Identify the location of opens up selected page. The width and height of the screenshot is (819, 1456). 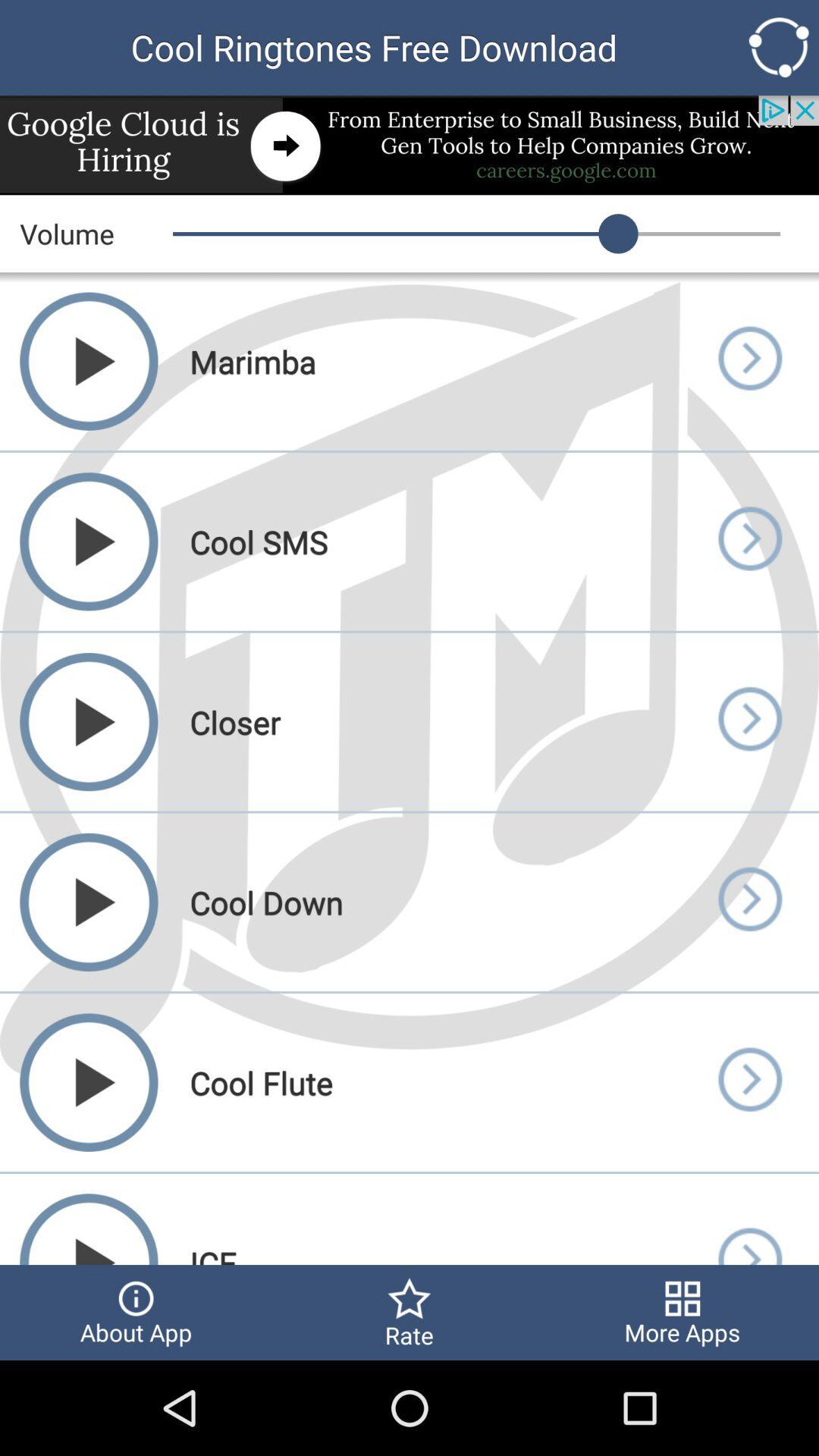
(748, 541).